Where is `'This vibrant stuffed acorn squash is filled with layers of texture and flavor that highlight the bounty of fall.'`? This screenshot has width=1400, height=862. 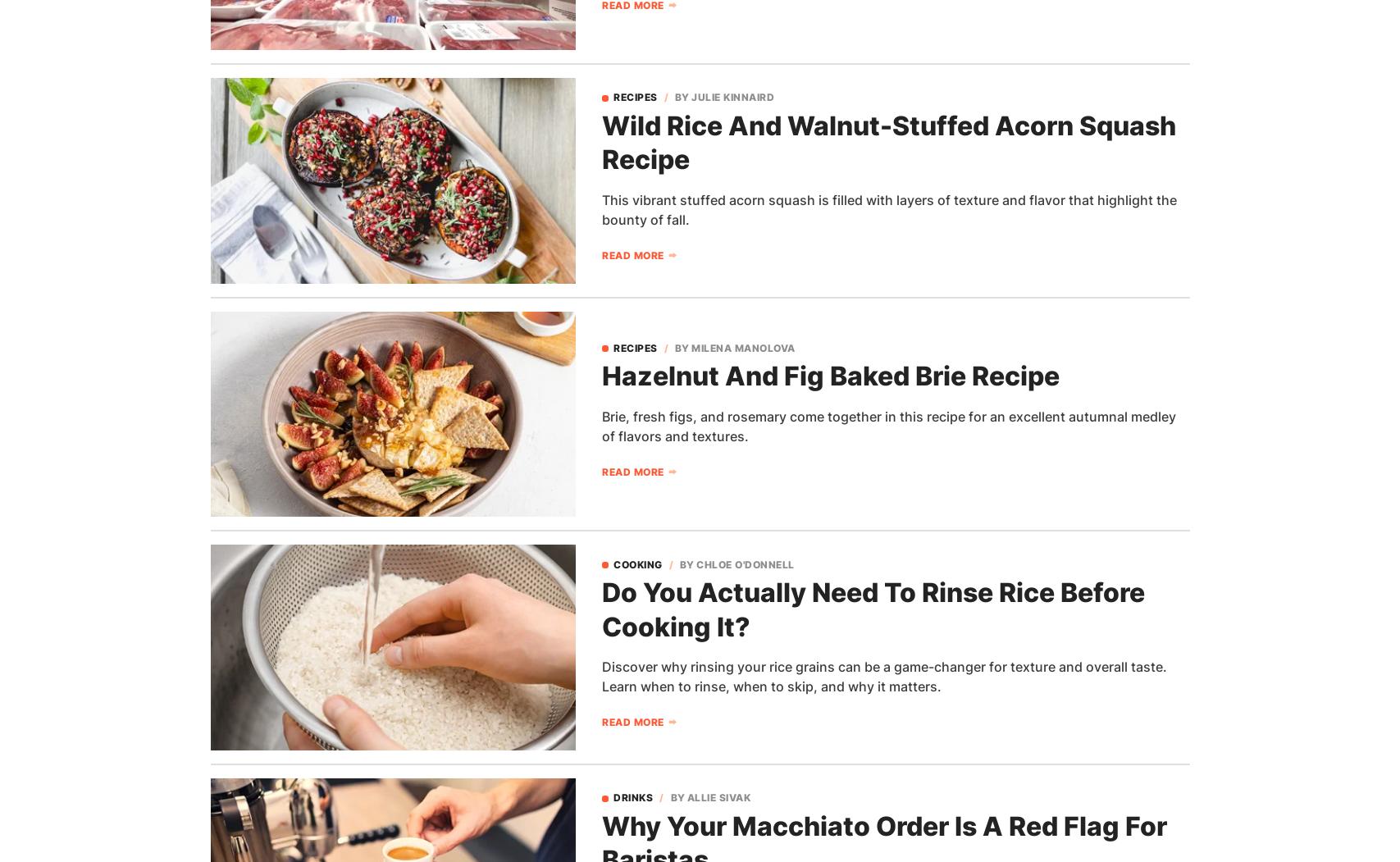 'This vibrant stuffed acorn squash is filled with layers of texture and flavor that highlight the bounty of fall.' is located at coordinates (888, 210).